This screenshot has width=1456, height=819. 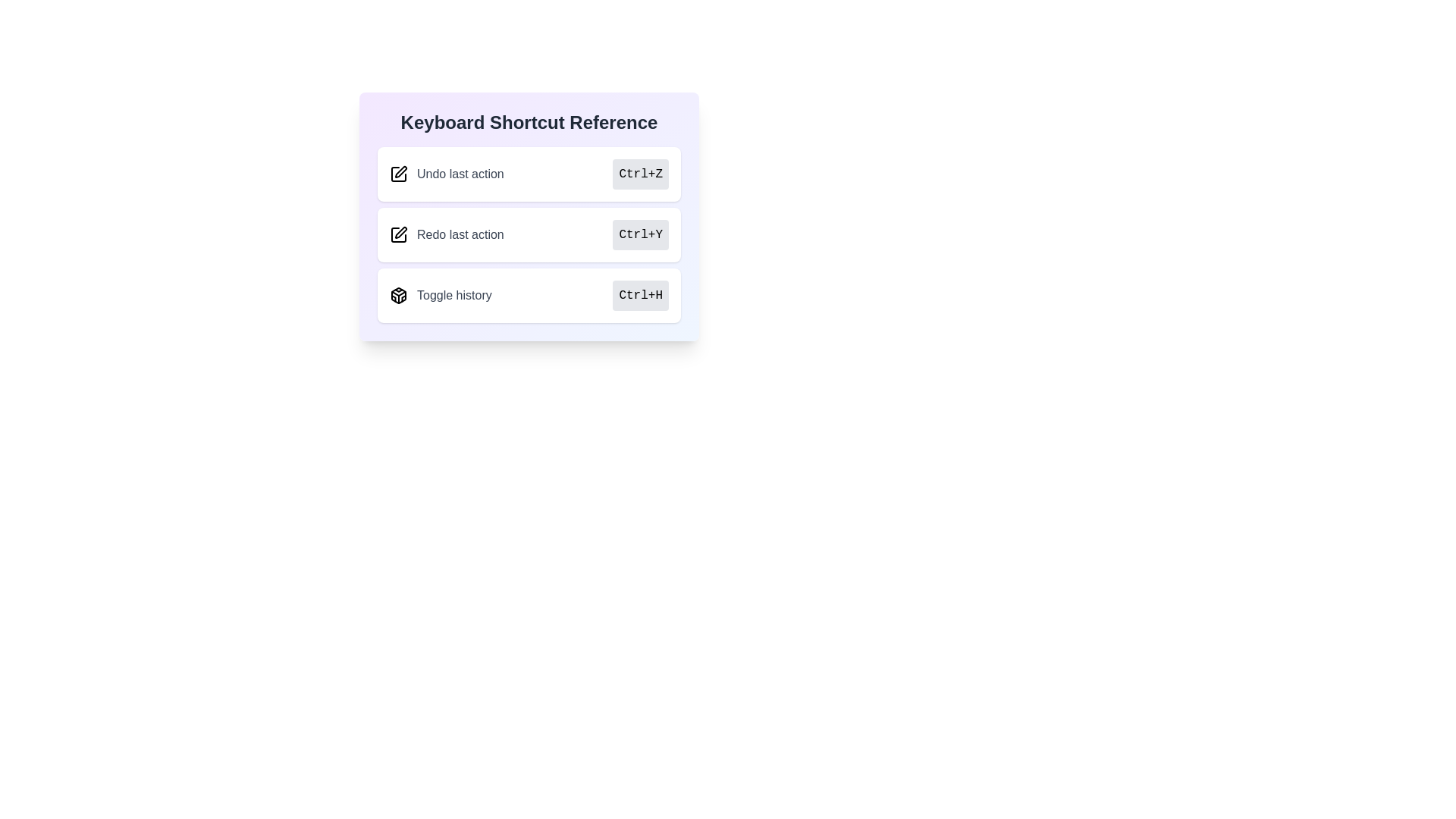 What do you see at coordinates (641, 295) in the screenshot?
I see `text content of the text-label displaying the keyboard shortcut 'Ctrl+H' associated with the 'Toggle history' action, located in the interactive area for keyboard shortcuts` at bounding box center [641, 295].